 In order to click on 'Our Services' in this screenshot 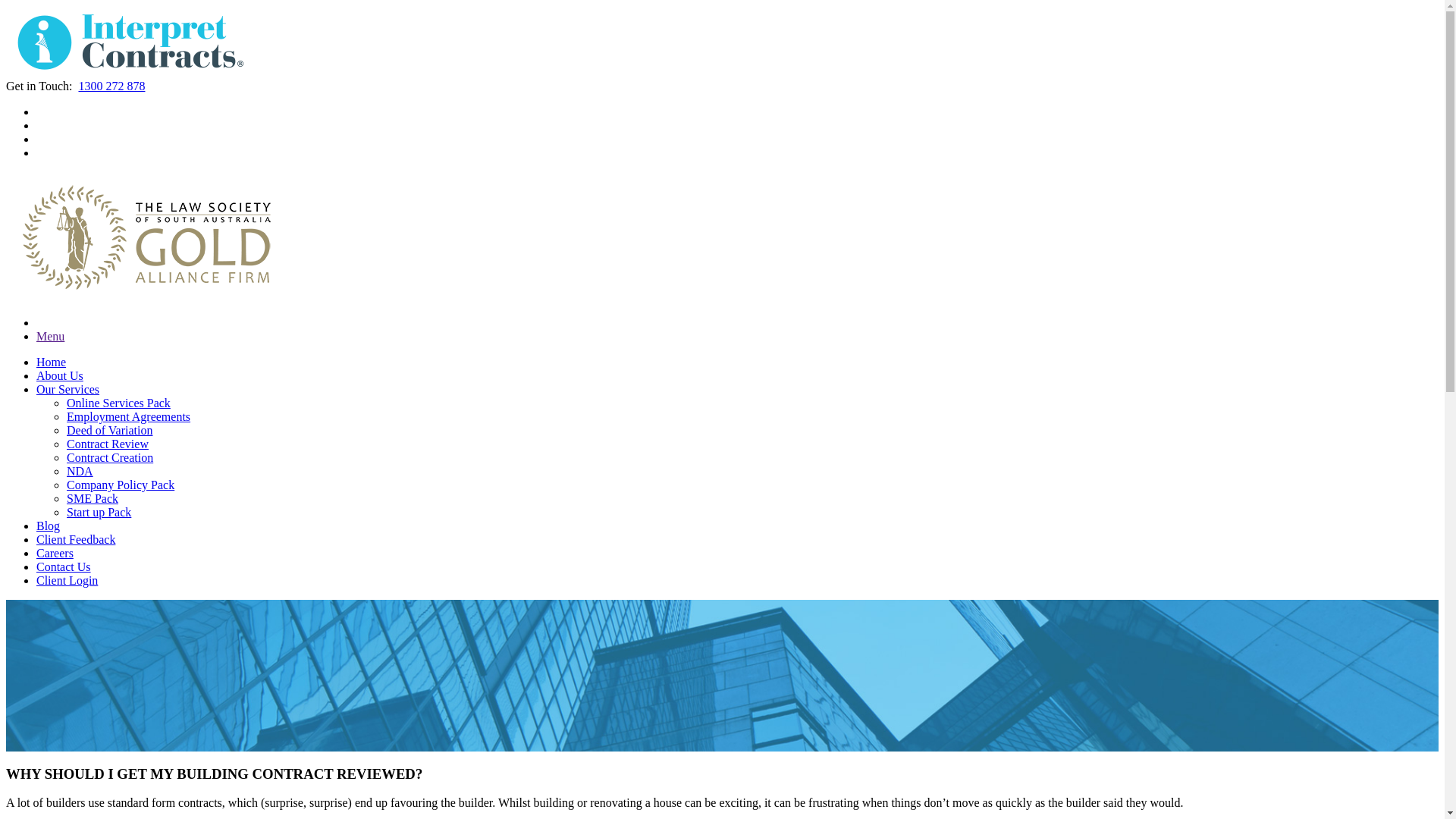, I will do `click(67, 388)`.